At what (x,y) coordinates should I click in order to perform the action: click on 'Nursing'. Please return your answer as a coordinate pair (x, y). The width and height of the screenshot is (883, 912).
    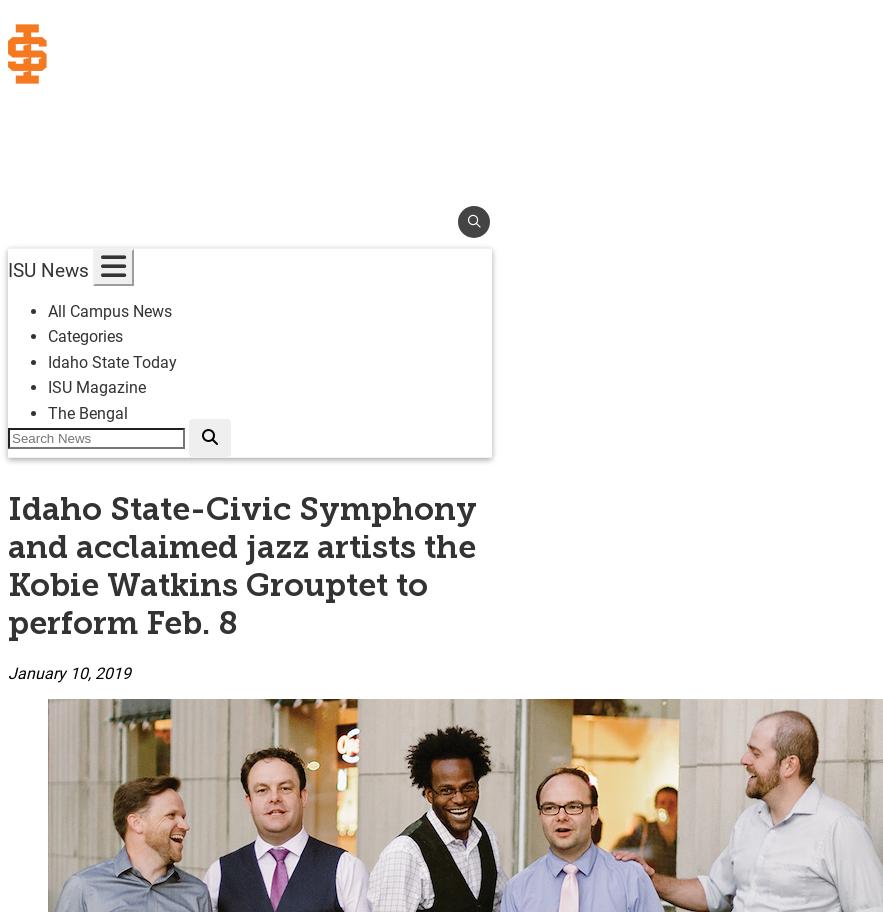
    Looking at the image, I should click on (34, 362).